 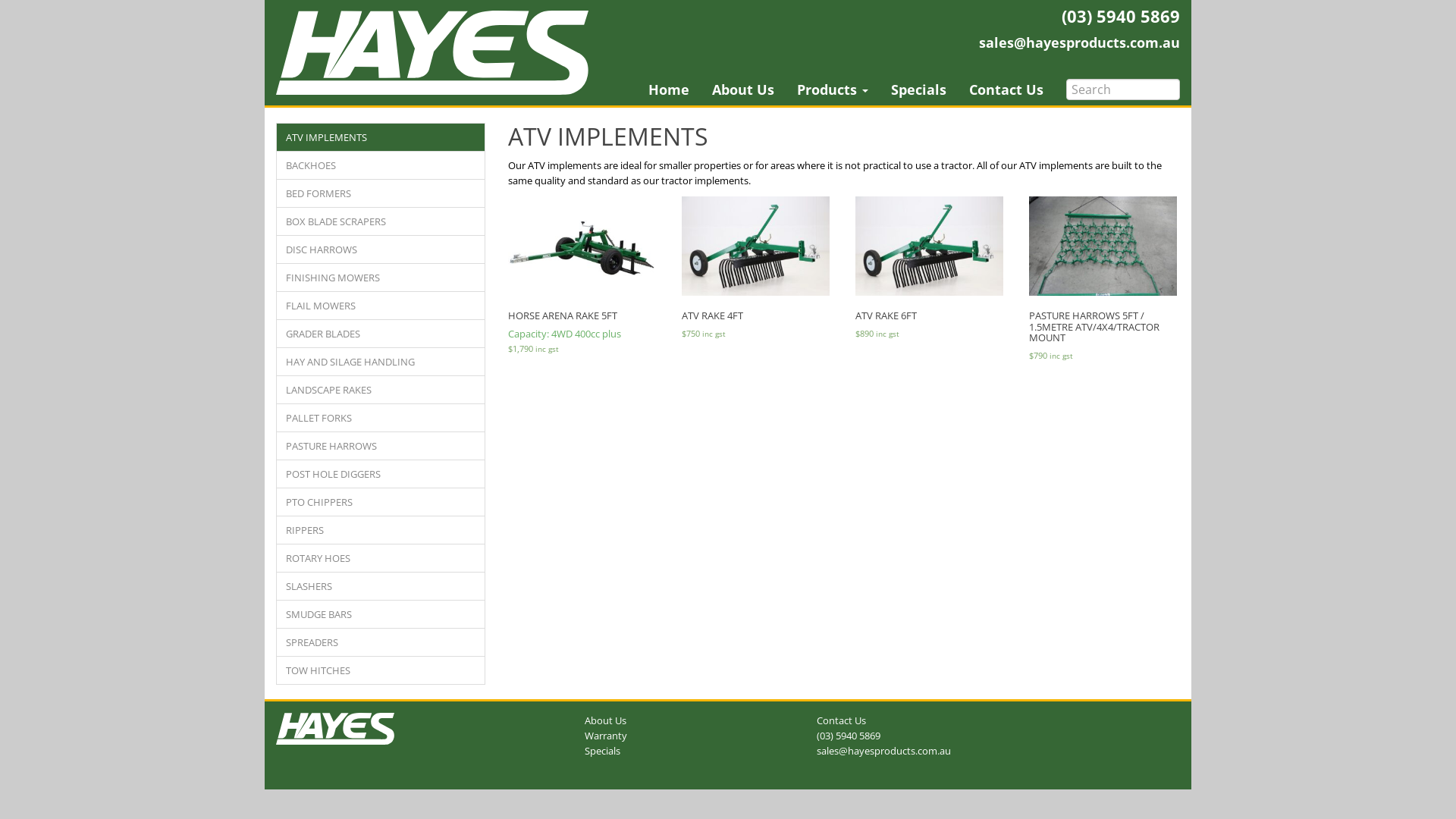 What do you see at coordinates (381, 137) in the screenshot?
I see `'ATV IMPLEMENTS'` at bounding box center [381, 137].